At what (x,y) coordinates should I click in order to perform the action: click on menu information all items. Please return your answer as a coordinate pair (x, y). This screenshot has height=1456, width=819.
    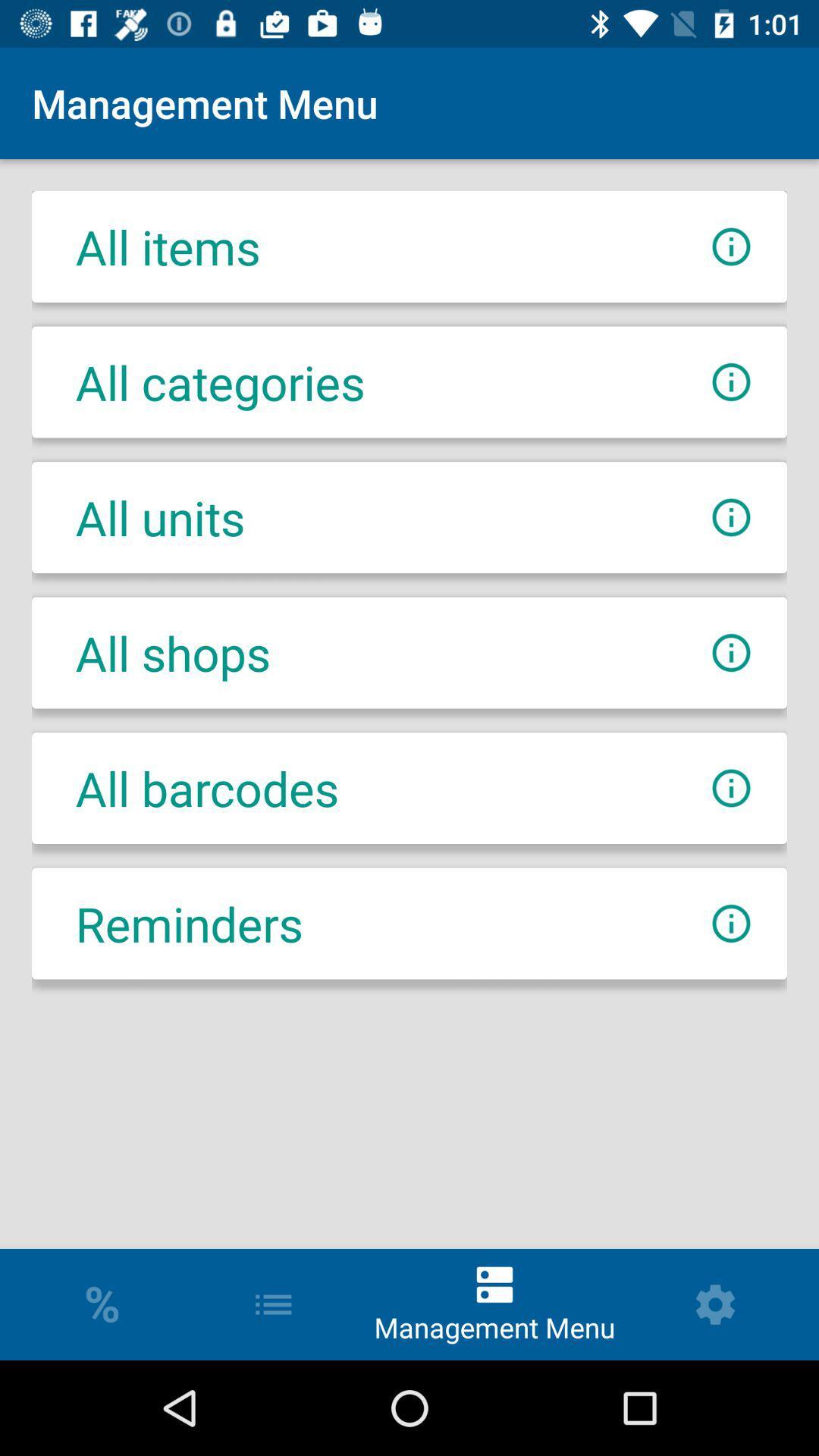
    Looking at the image, I should click on (730, 246).